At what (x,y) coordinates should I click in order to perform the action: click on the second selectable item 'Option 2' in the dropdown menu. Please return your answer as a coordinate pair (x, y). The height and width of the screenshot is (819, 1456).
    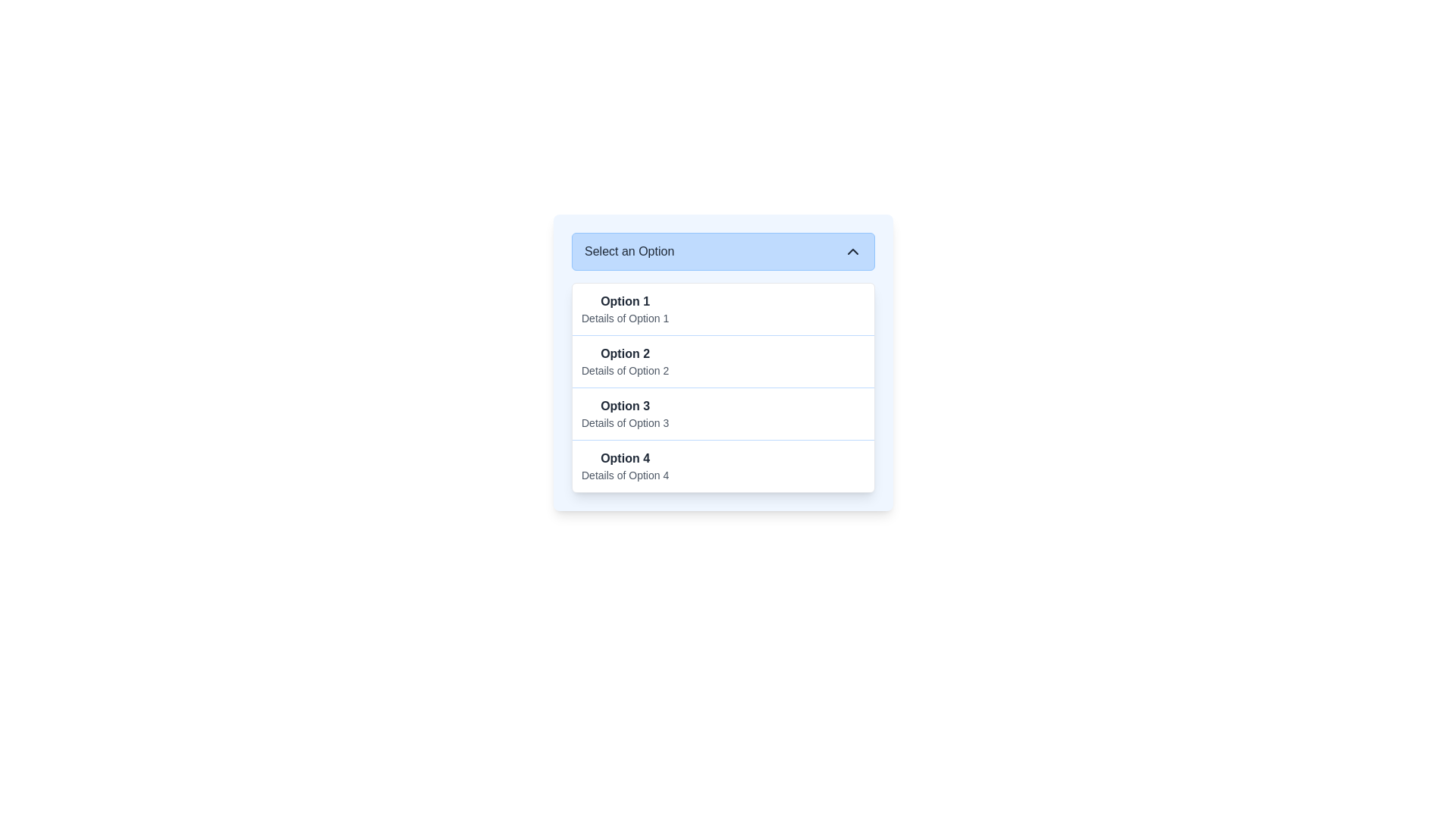
    Looking at the image, I should click on (723, 362).